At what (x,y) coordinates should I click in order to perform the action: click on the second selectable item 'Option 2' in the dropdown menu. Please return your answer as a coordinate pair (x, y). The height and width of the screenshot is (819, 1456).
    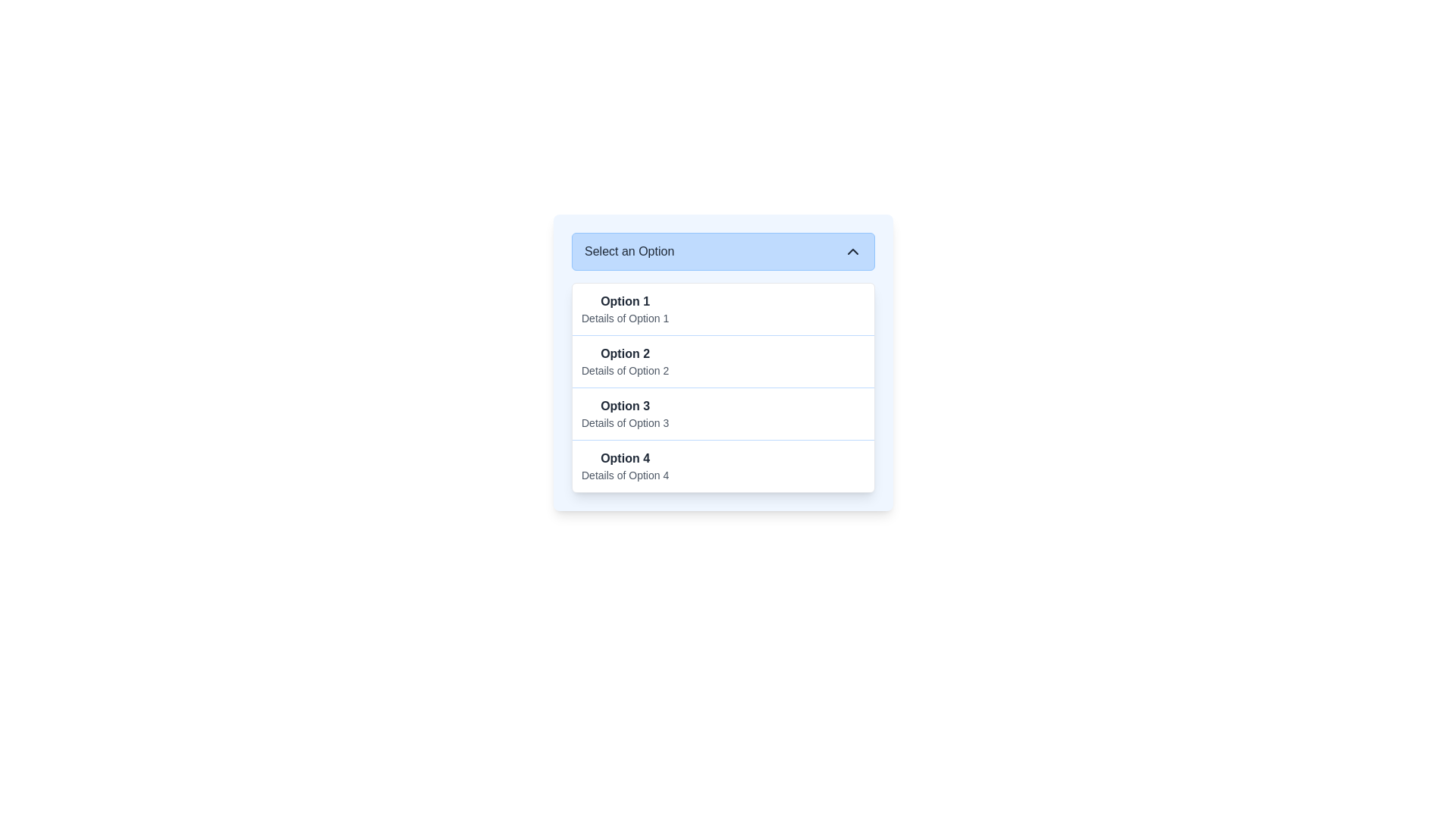
    Looking at the image, I should click on (723, 362).